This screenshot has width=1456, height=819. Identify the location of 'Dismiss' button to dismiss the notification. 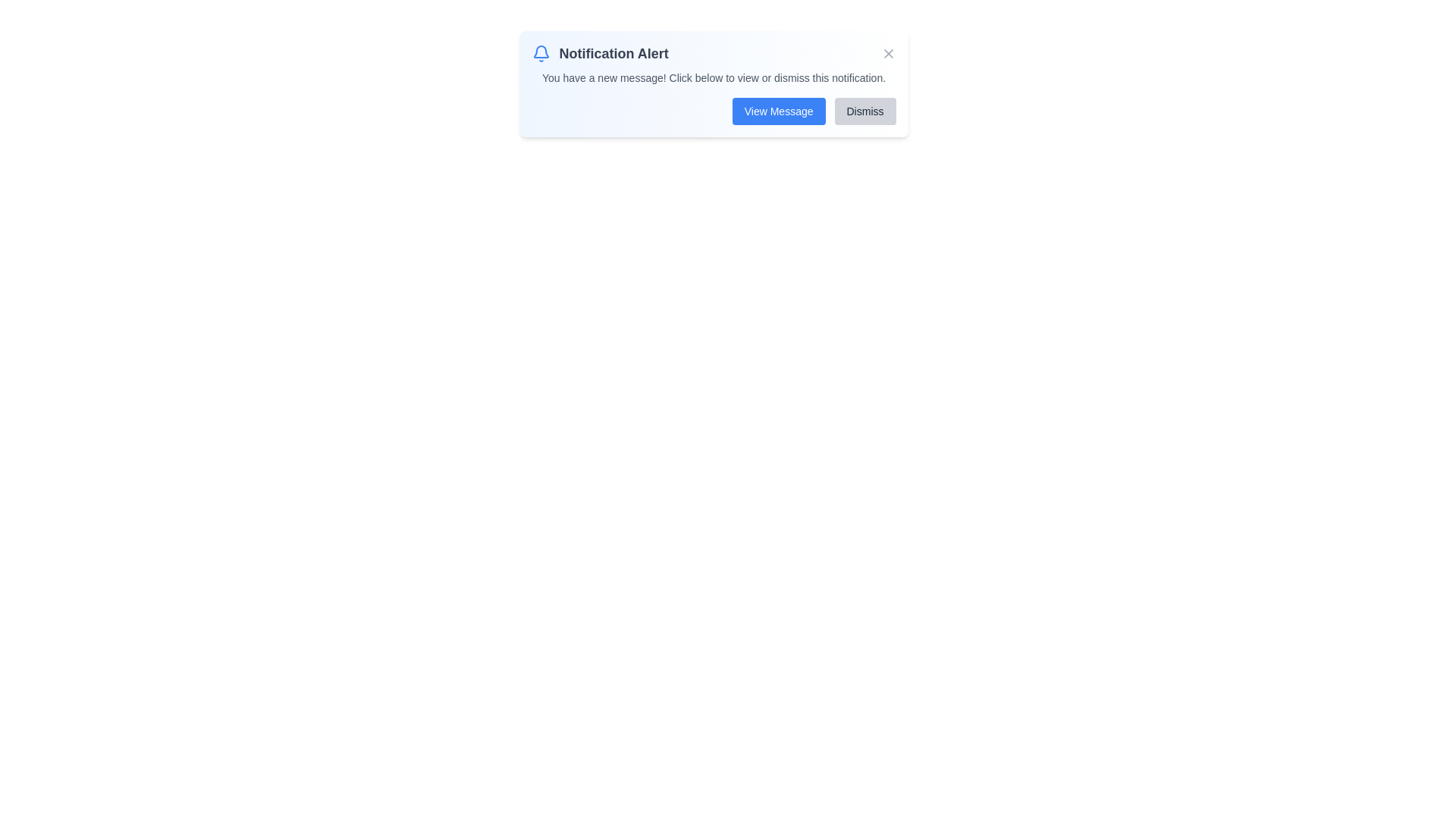
(865, 110).